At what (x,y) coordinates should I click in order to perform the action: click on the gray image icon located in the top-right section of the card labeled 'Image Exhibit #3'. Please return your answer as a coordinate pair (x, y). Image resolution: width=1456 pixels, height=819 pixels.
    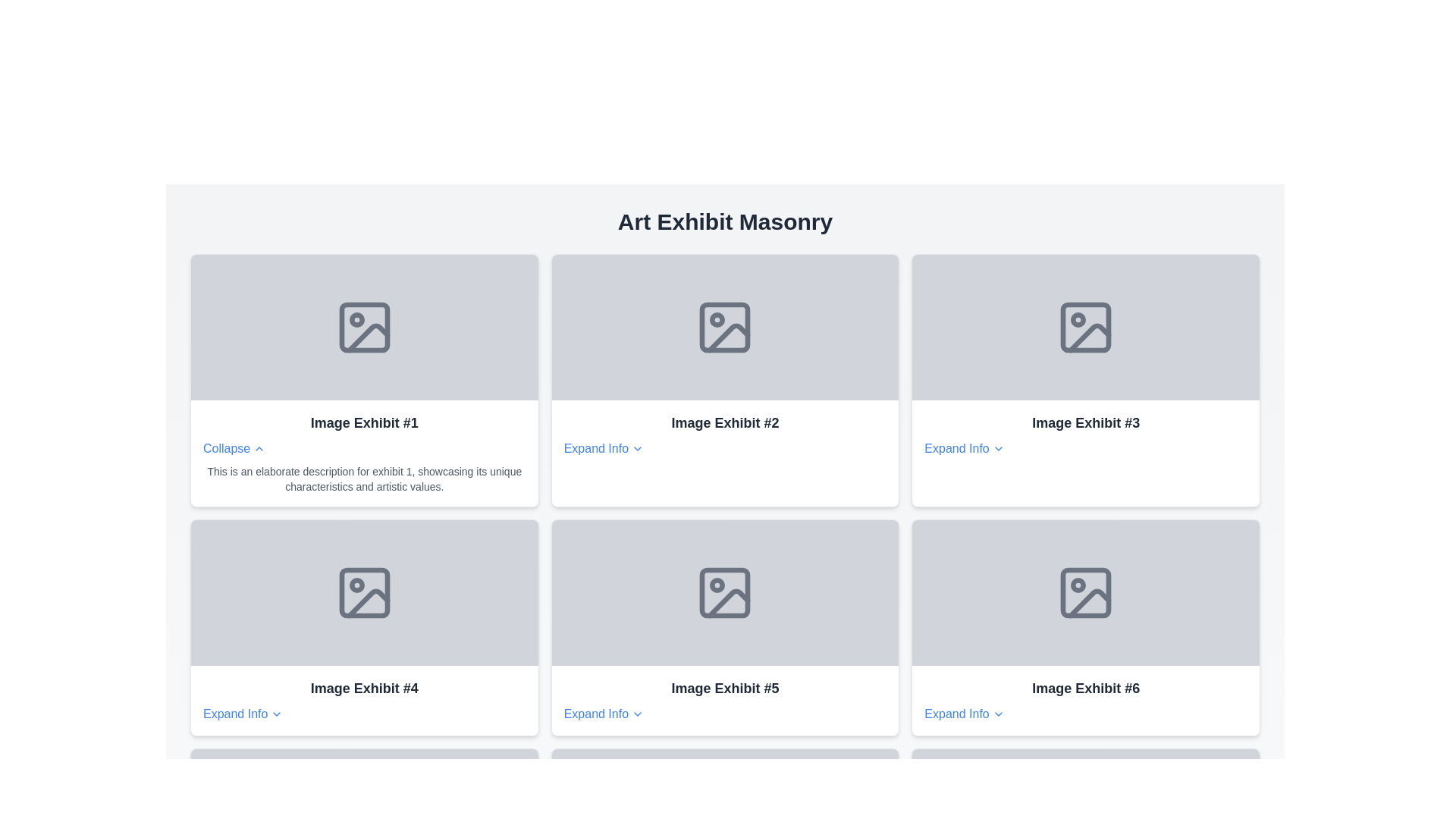
    Looking at the image, I should click on (1085, 327).